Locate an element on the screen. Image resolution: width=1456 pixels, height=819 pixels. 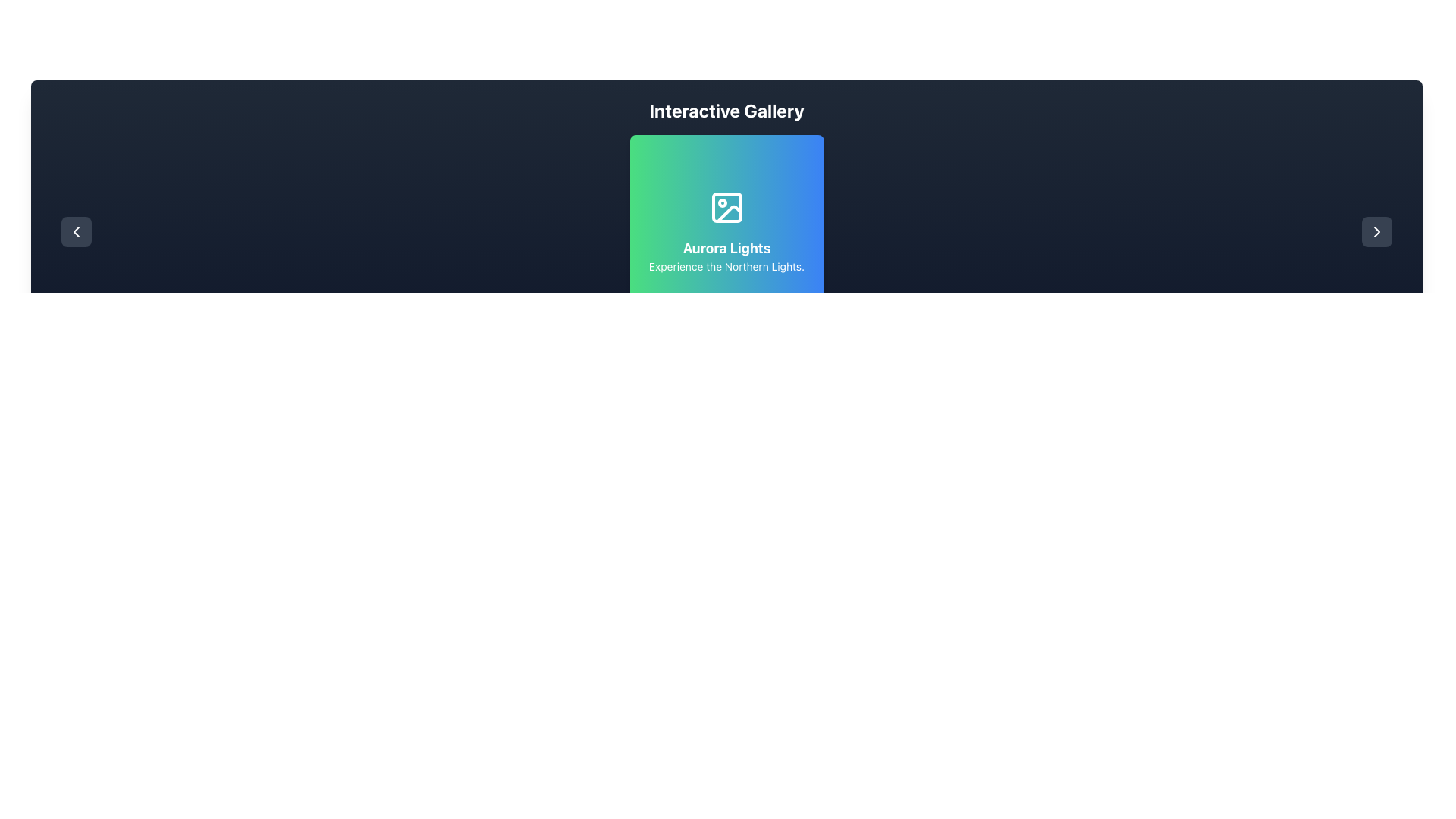
the leftward-facing chevron icon located in the dark header section, which serves as a navigational aid for the gallery is located at coordinates (75, 231).